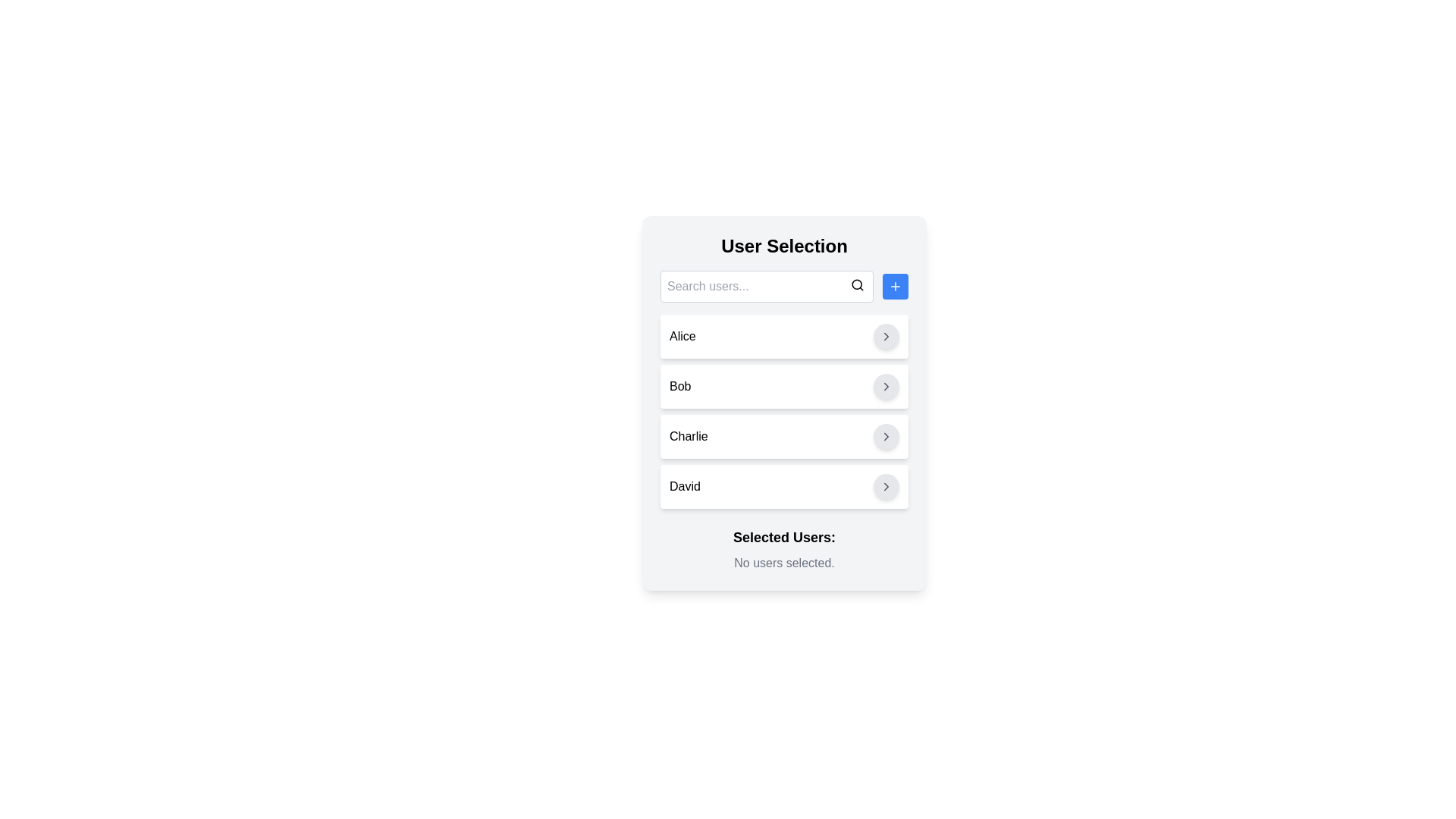 The width and height of the screenshot is (1456, 819). I want to click on the action button located to the right of the list item containing the text 'David', so click(886, 486).